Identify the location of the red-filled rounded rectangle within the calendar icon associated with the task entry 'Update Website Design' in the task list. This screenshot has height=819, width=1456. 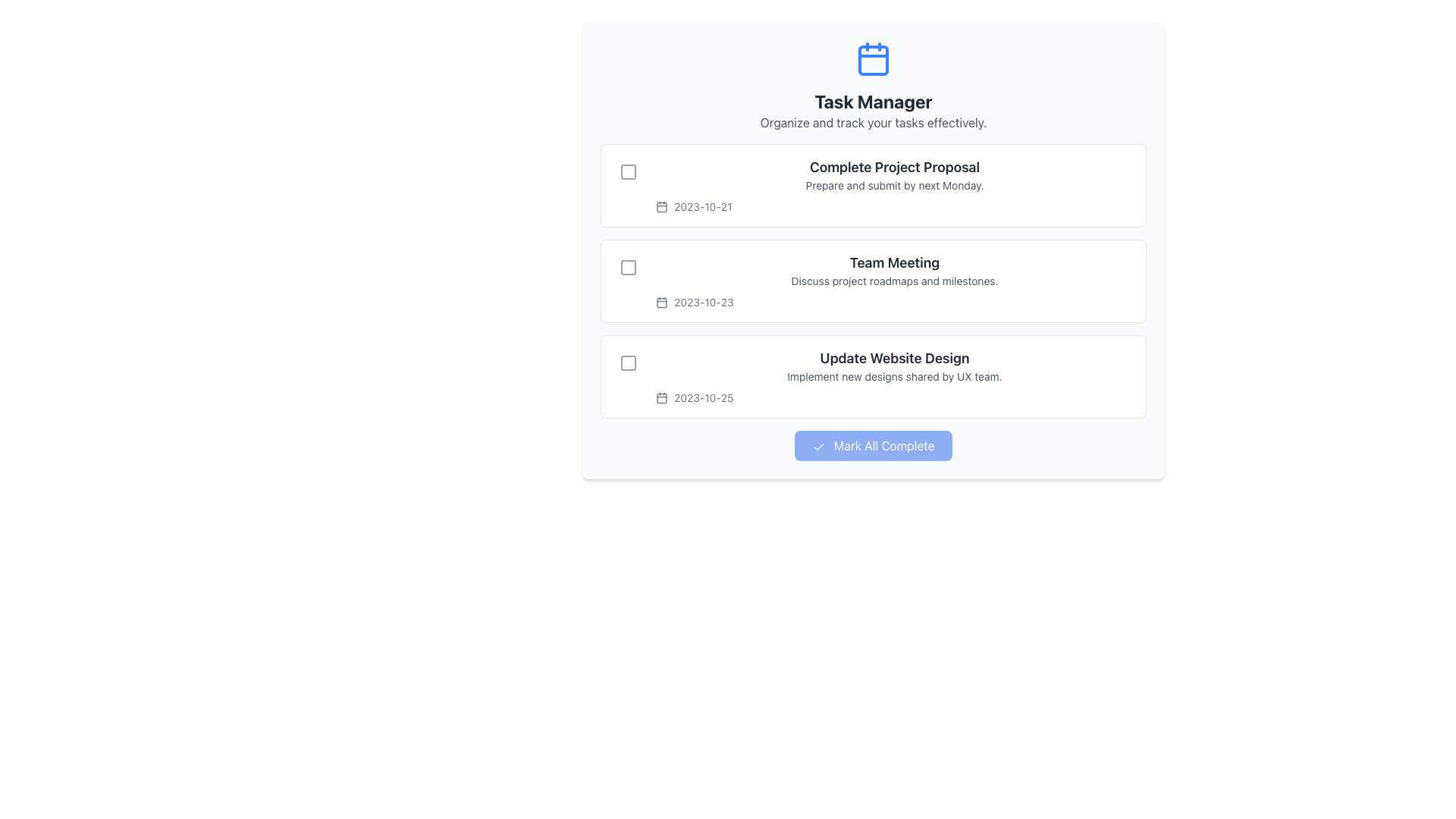
(662, 397).